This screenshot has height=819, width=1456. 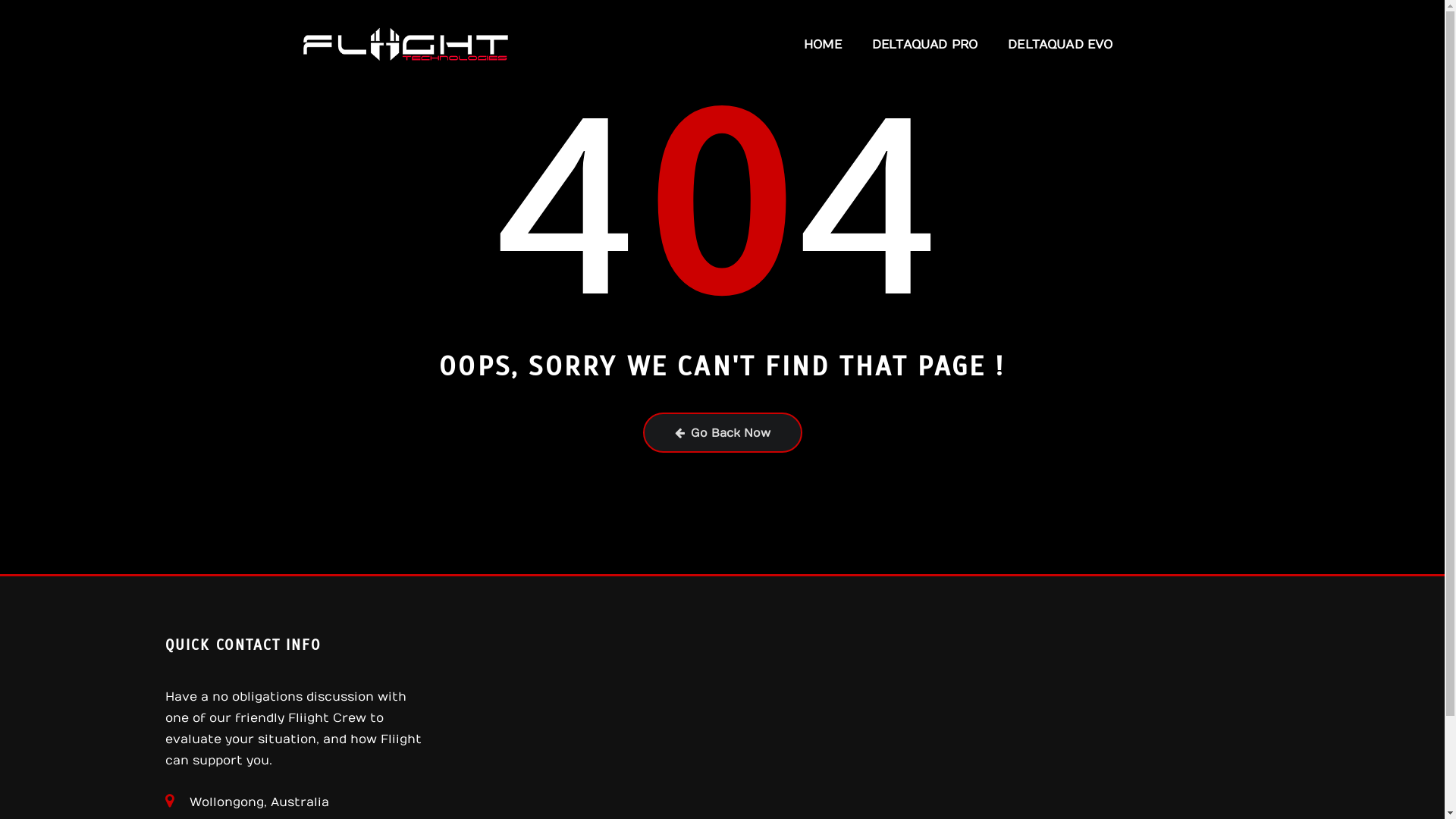 I want to click on 'DELTAQUAD EVO', so click(x=1059, y=43).